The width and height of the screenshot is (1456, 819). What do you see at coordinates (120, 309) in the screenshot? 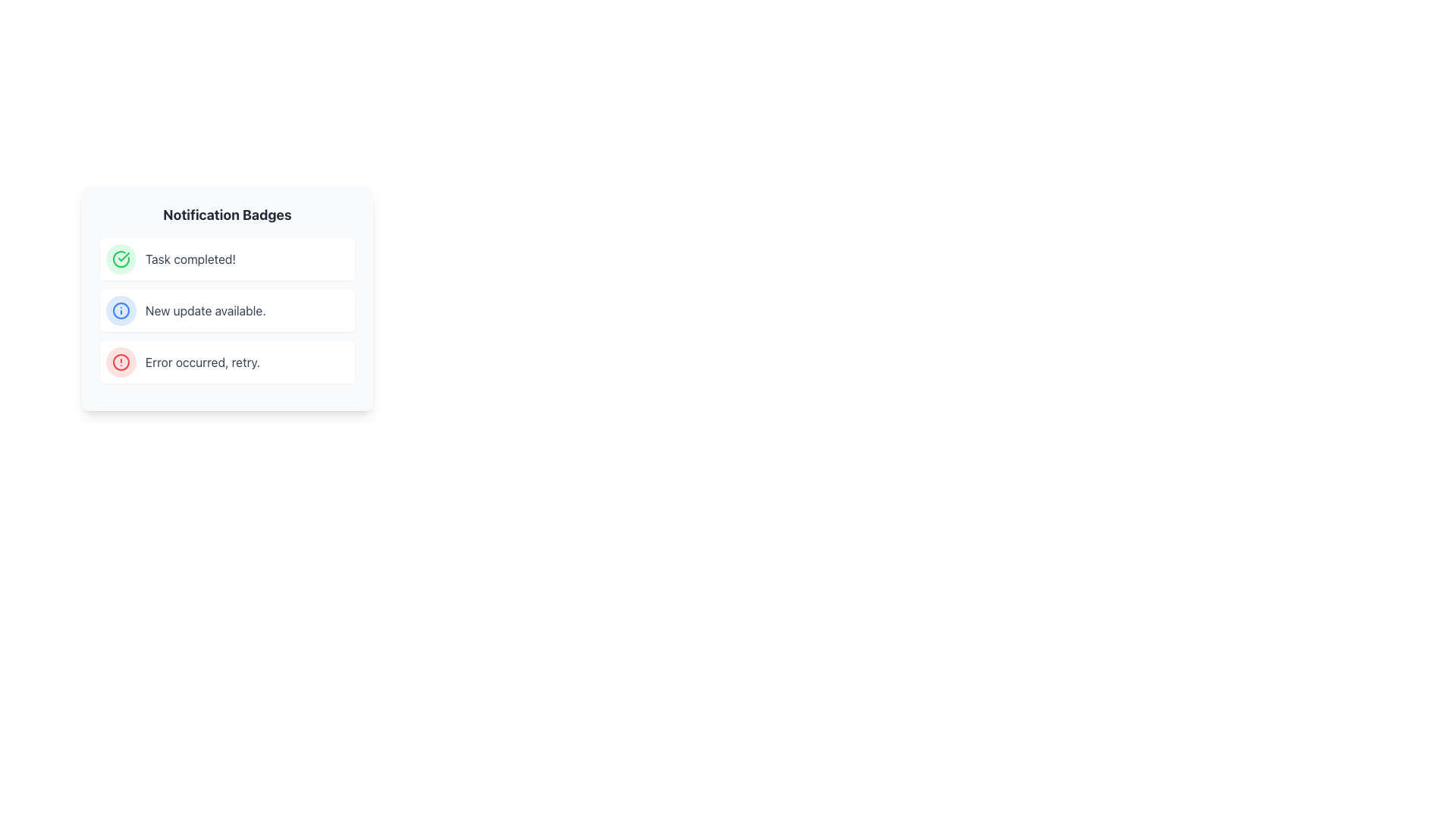
I see `informational icon representing the update notification located in the second notification entry, to the left of the text 'New update available.'` at bounding box center [120, 309].